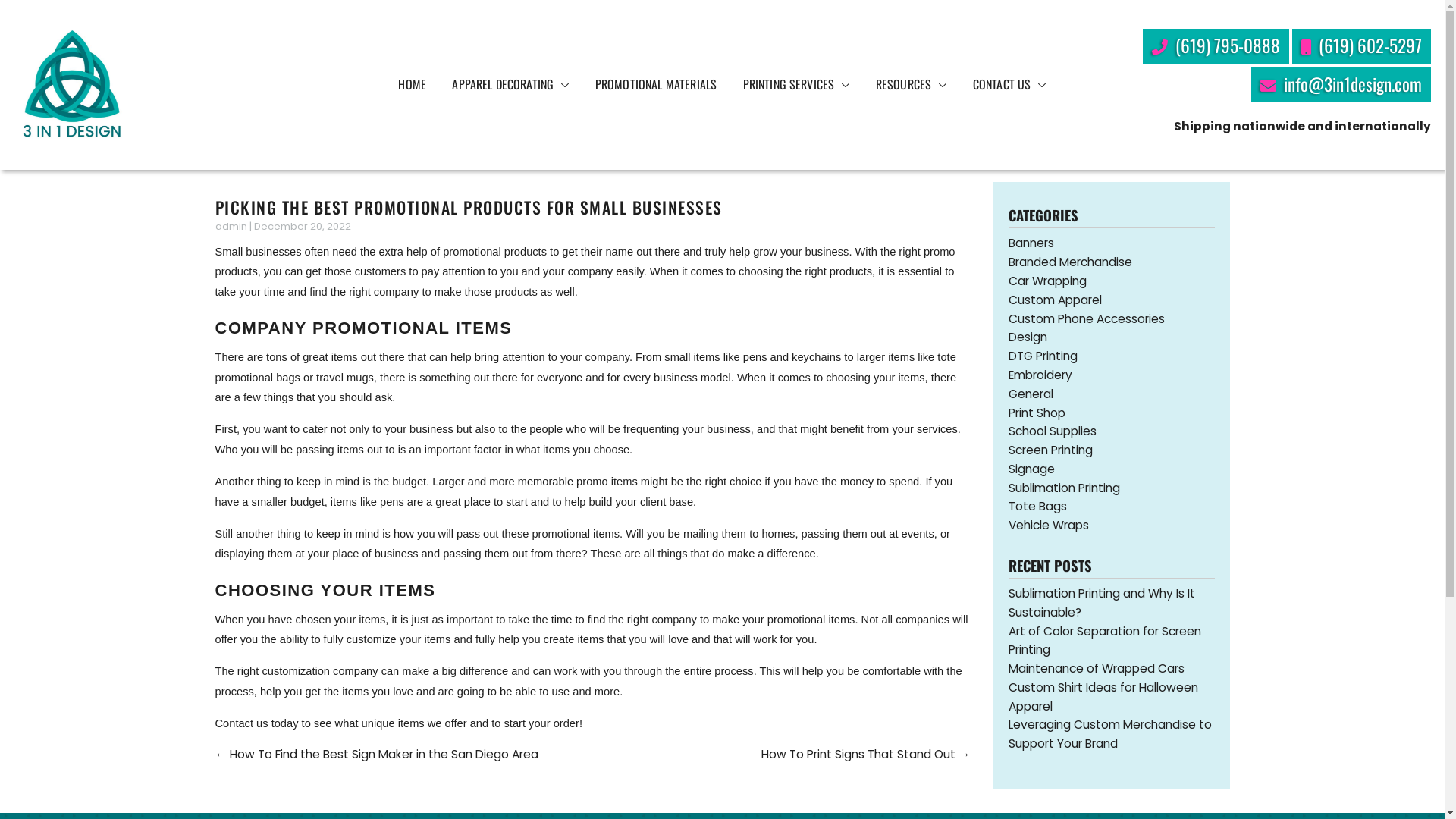  Describe the element at coordinates (412, 84) in the screenshot. I see `'HOME'` at that location.